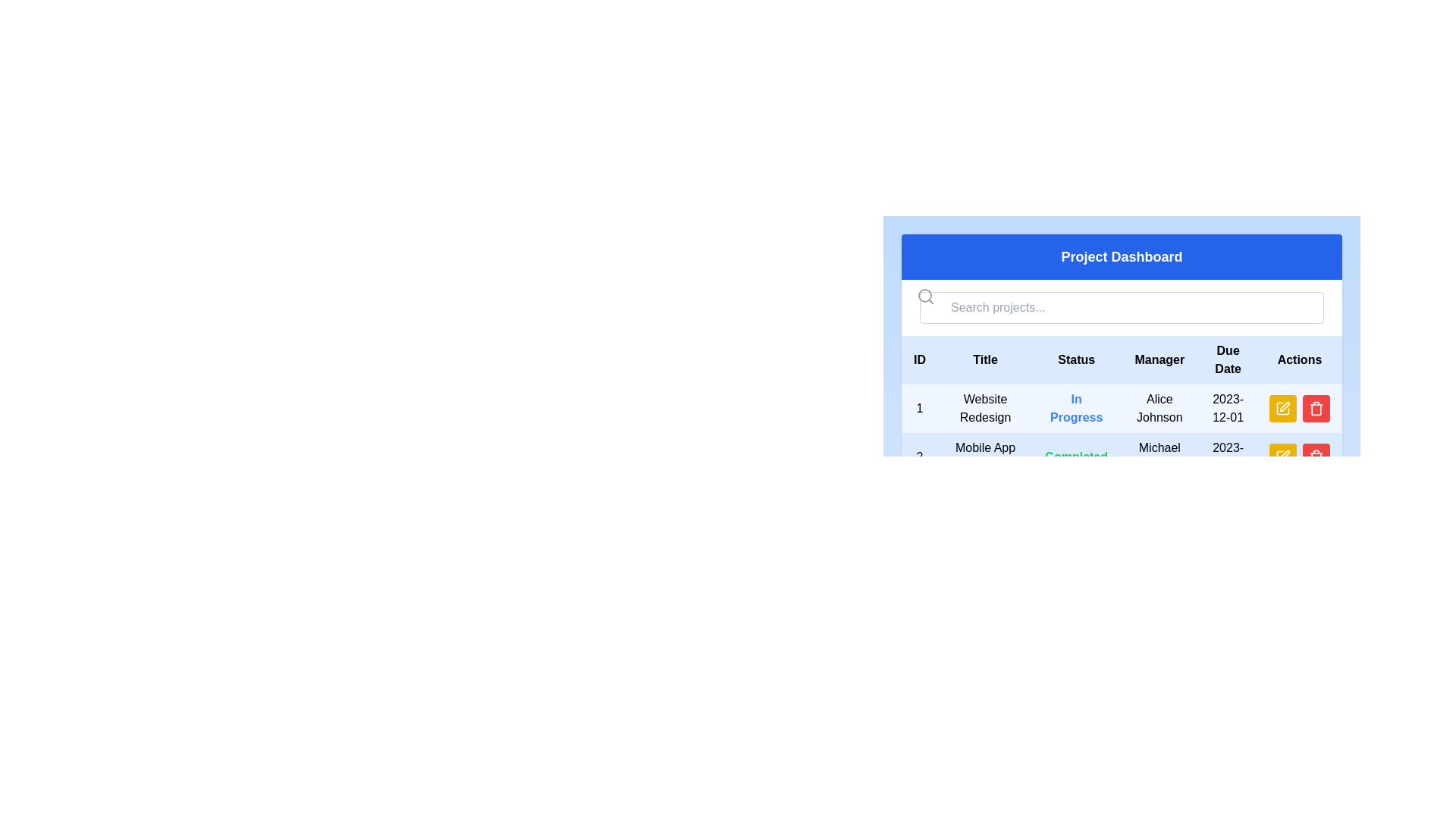 This screenshot has height=819, width=1456. I want to click on the 'Status' text label which is the third column heading in a table with six headers, displayed in bold black font against a light blue background, so click(1075, 359).